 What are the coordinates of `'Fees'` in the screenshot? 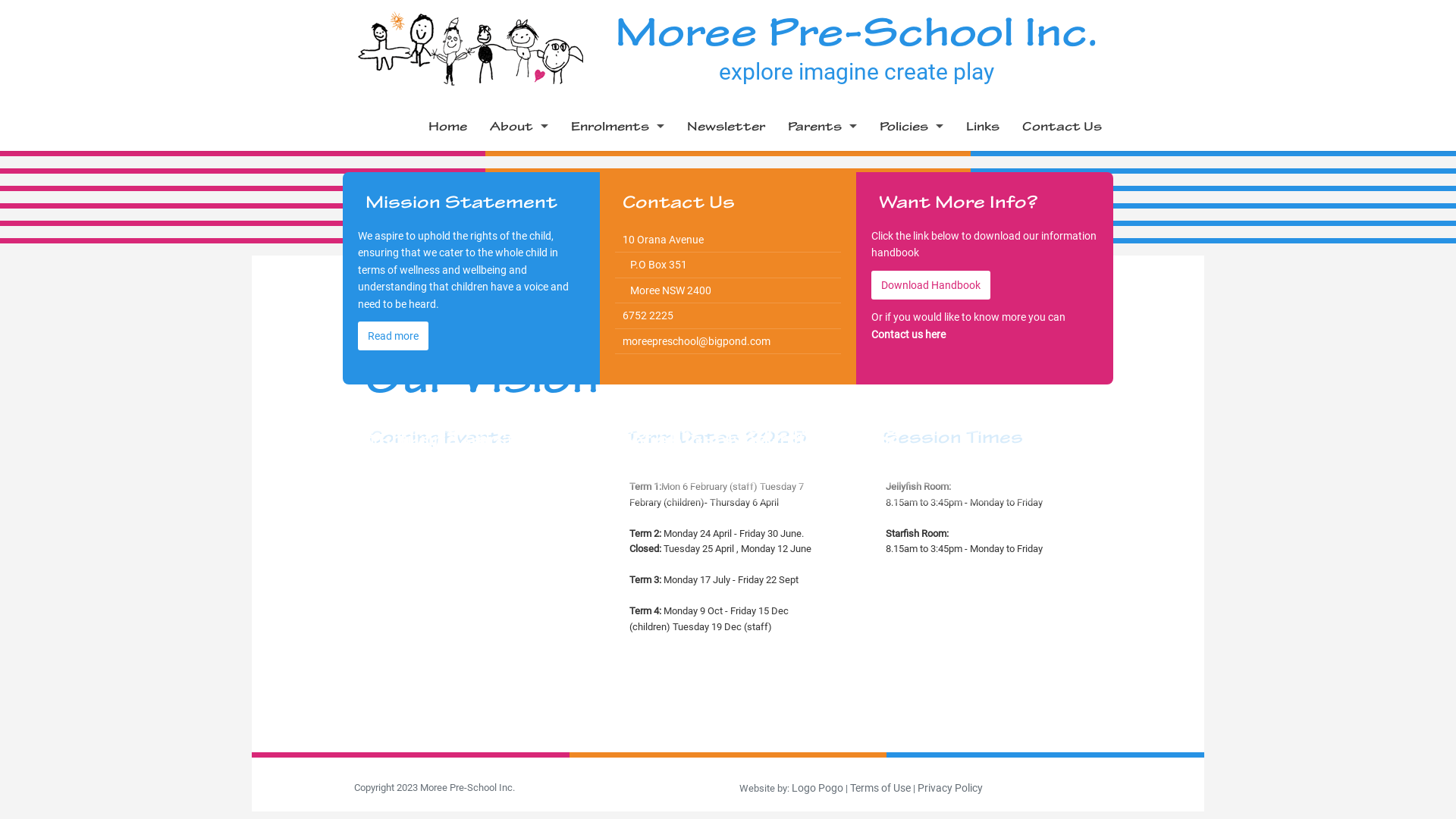 It's located at (617, 160).